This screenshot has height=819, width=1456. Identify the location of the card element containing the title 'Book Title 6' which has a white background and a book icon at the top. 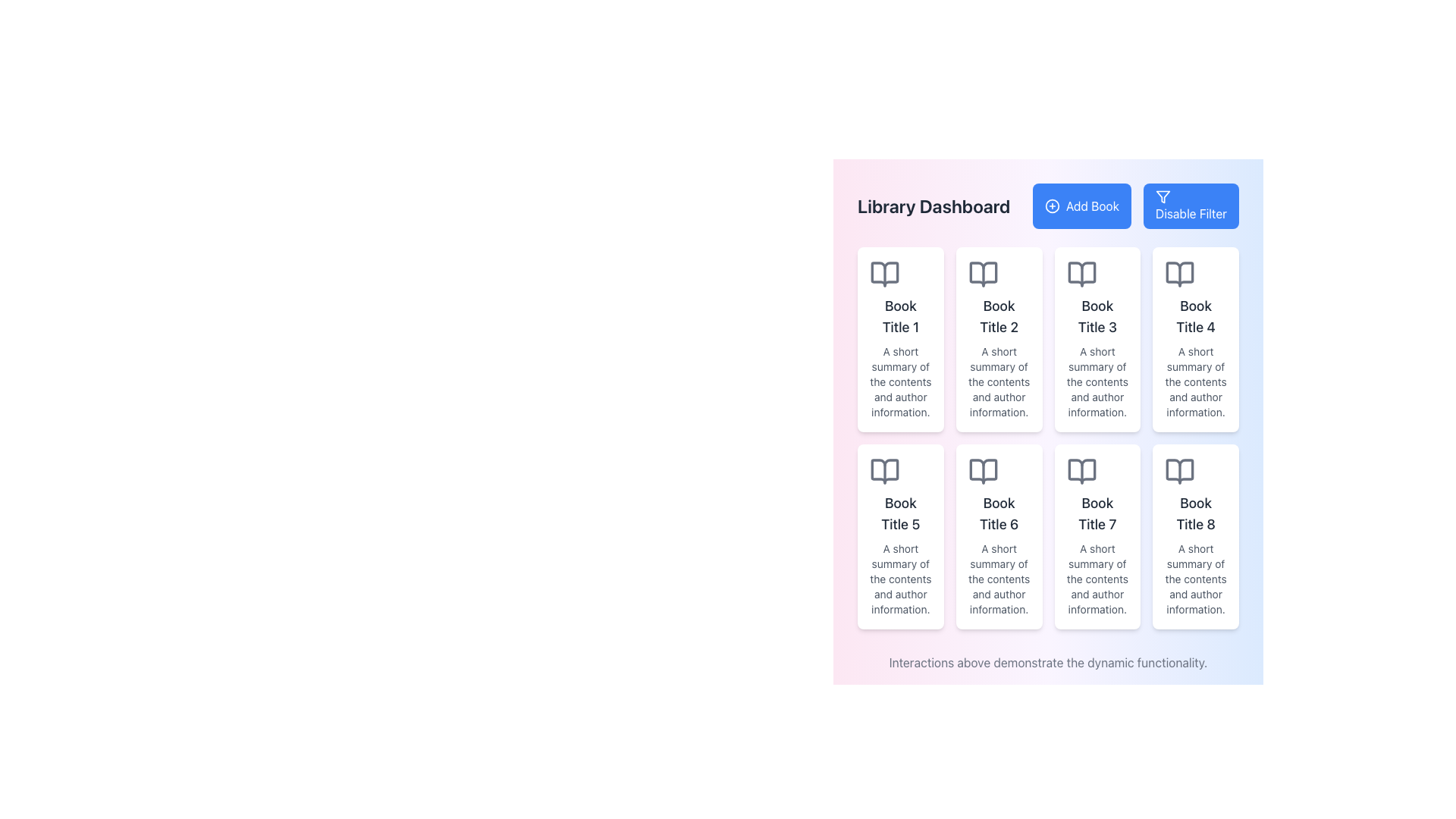
(999, 536).